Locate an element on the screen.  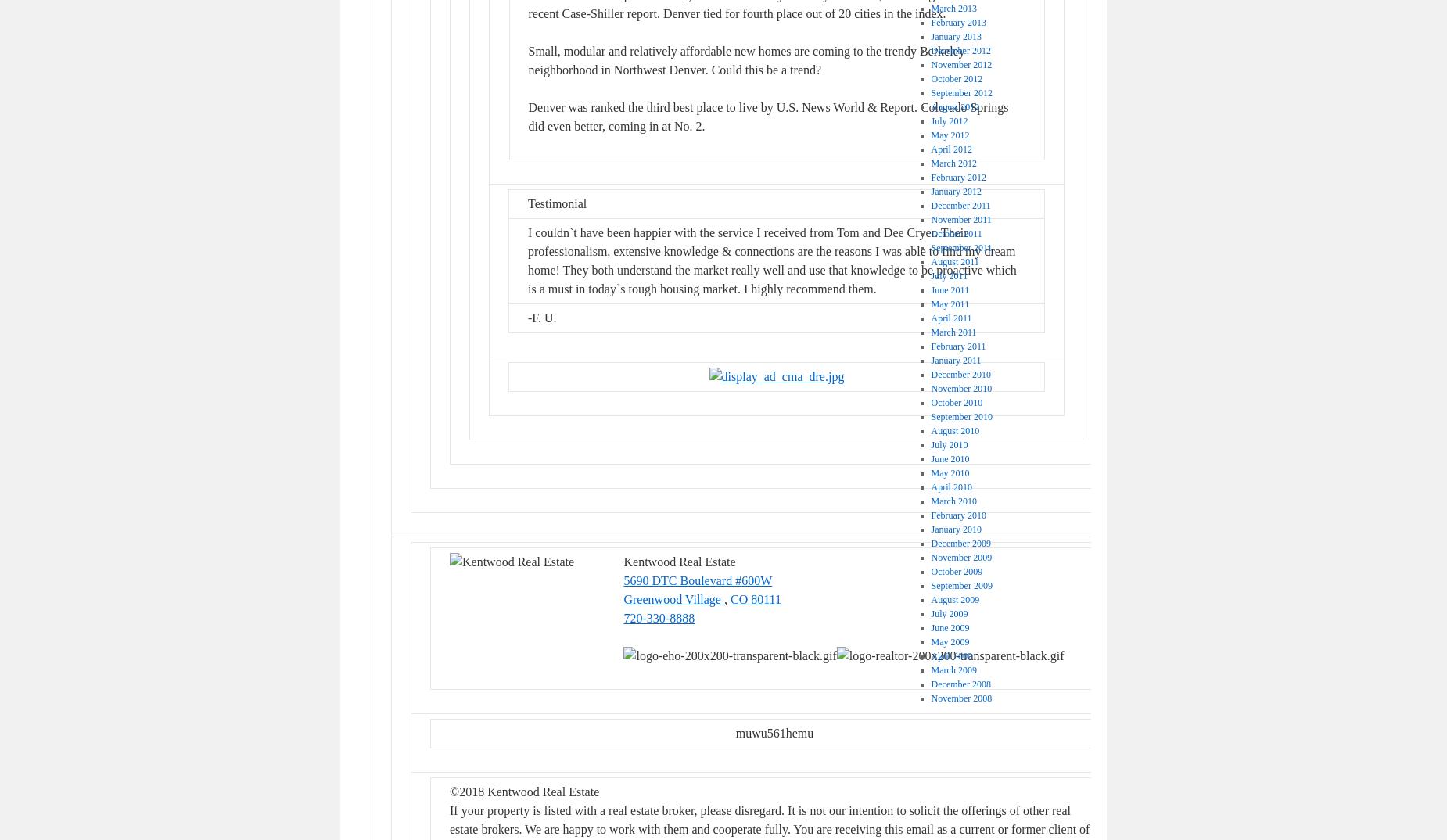
'Testimonial' is located at coordinates (557, 203).